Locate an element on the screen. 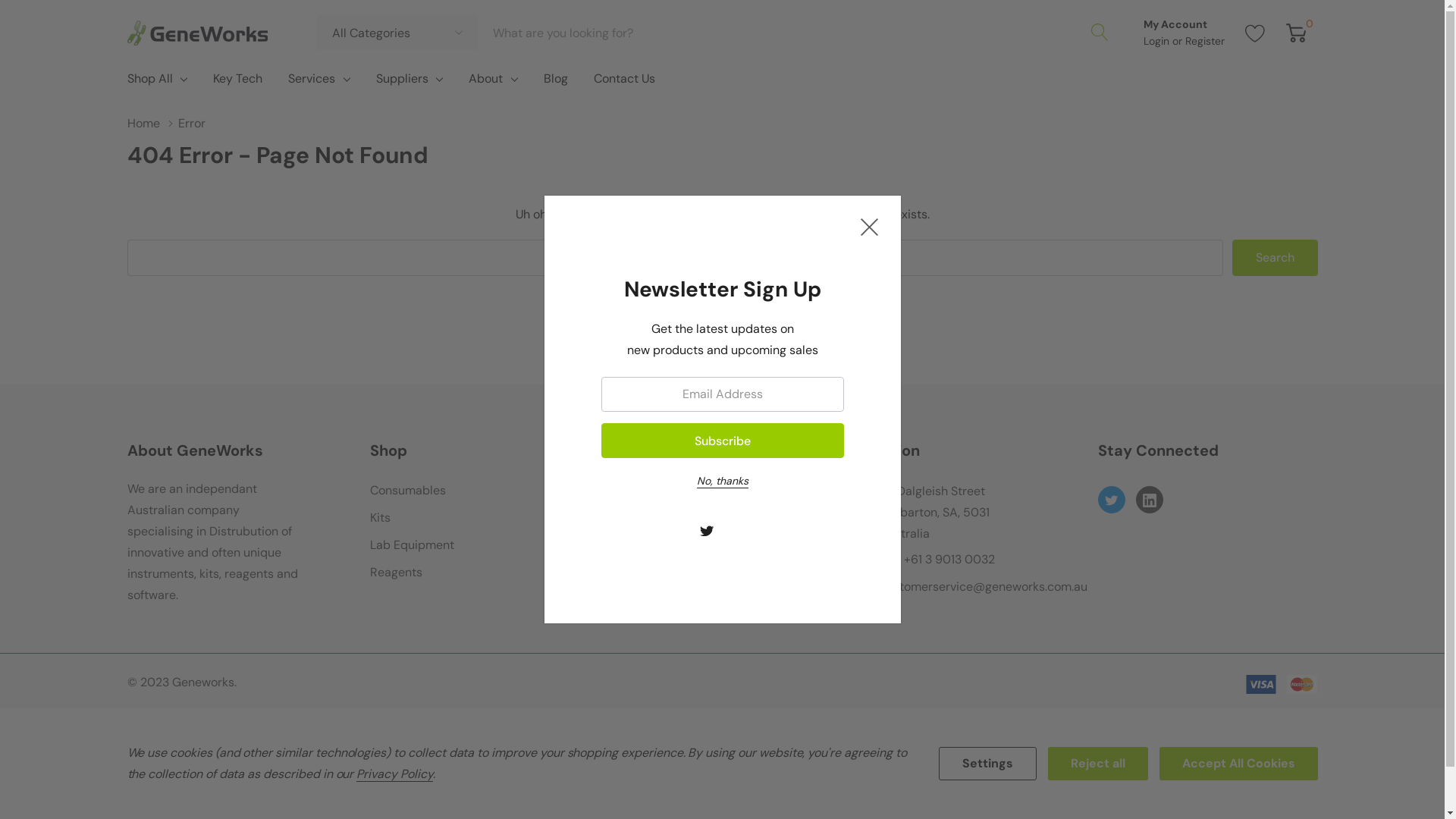  'Subscribe' is located at coordinates (720, 441).